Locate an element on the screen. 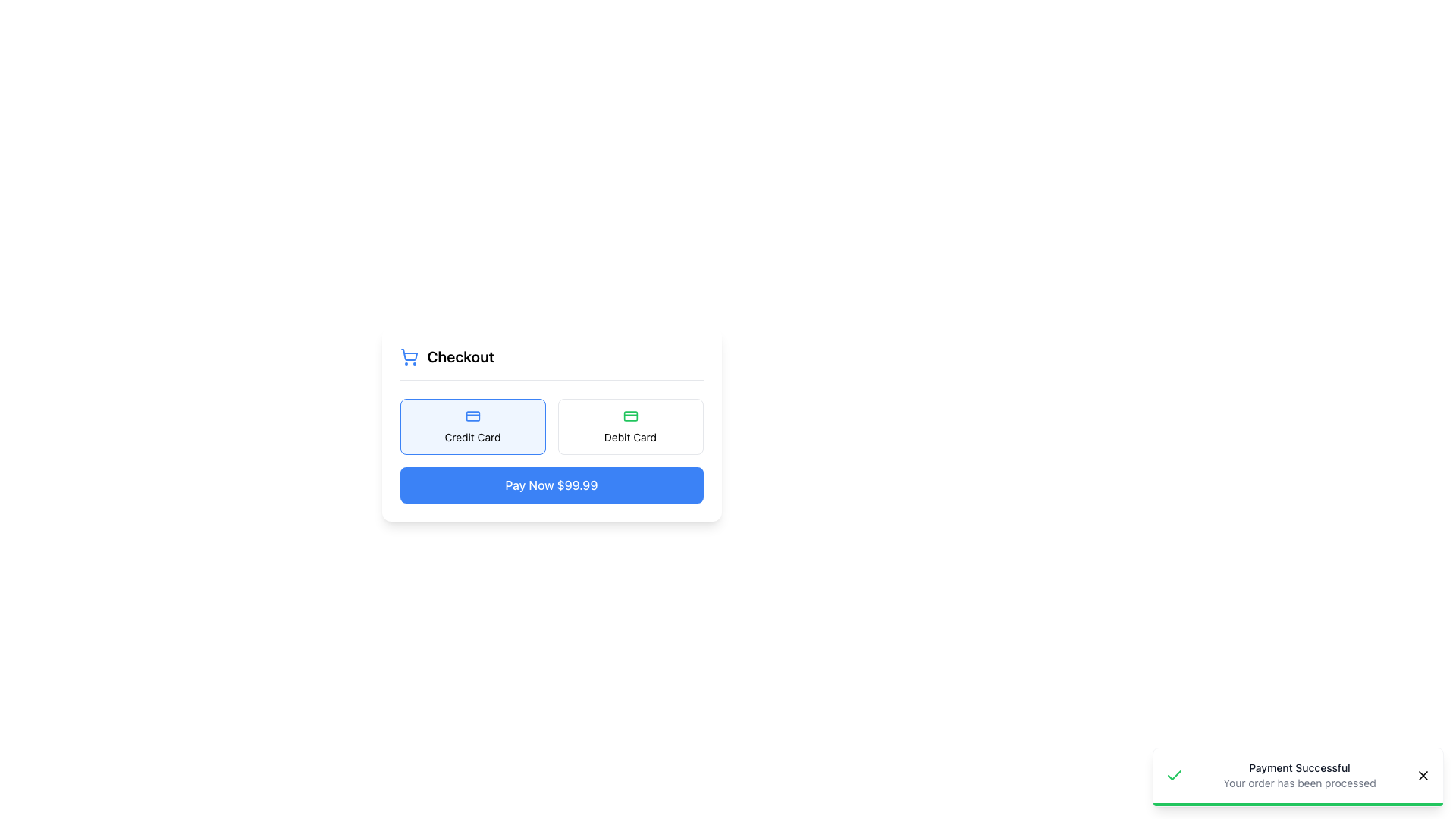 Image resolution: width=1456 pixels, height=819 pixels. the Success indicator icon located on the far-right notification panel, positioned to the left of the text 'Payment Successful' is located at coordinates (1174, 775).